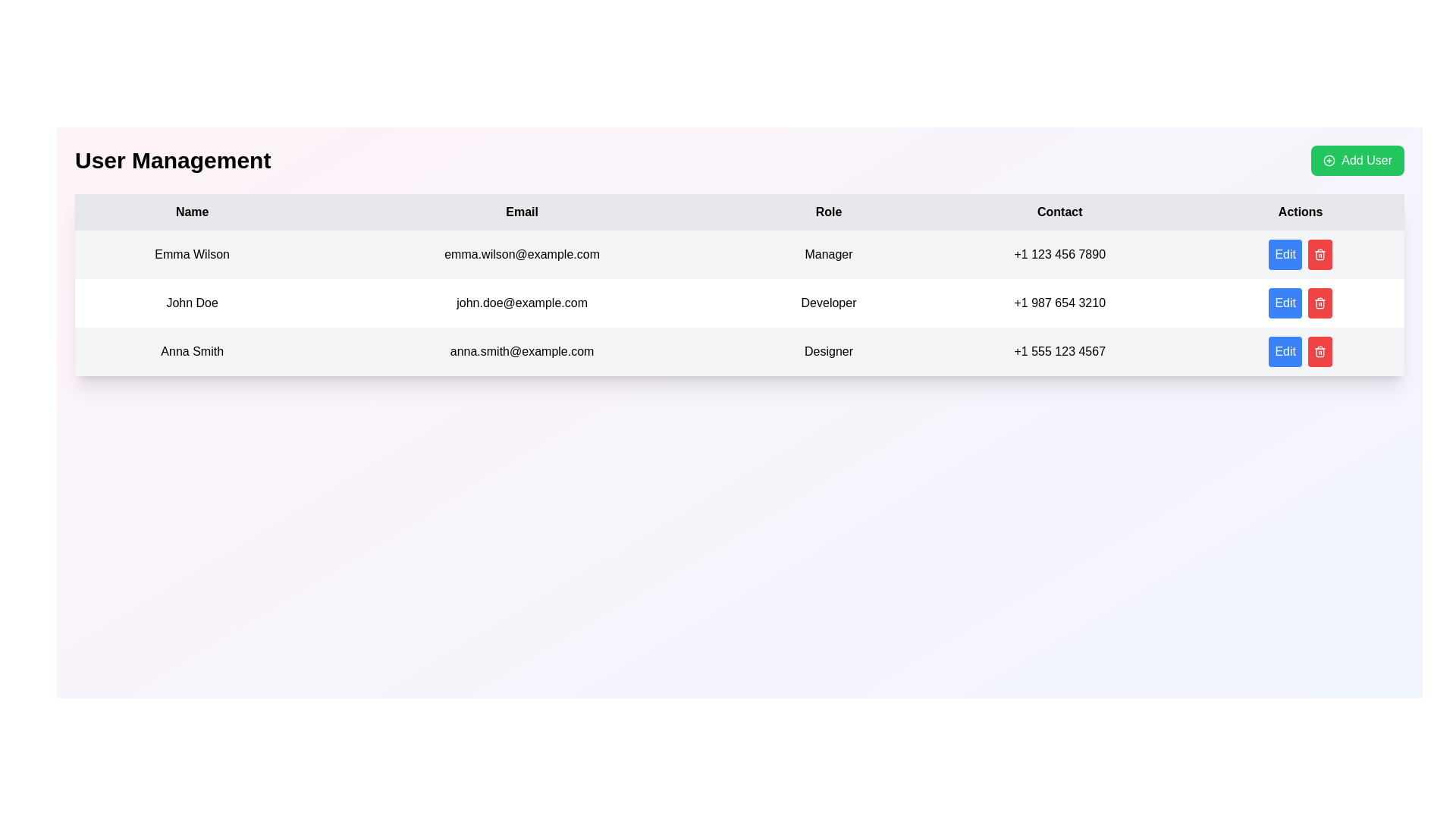 This screenshot has height=819, width=1456. What do you see at coordinates (1059, 303) in the screenshot?
I see `the phone number display for user 'John Doe', which is formatted as '+1 987 654 3210' and located in the 'Contact' column of the user management table` at bounding box center [1059, 303].